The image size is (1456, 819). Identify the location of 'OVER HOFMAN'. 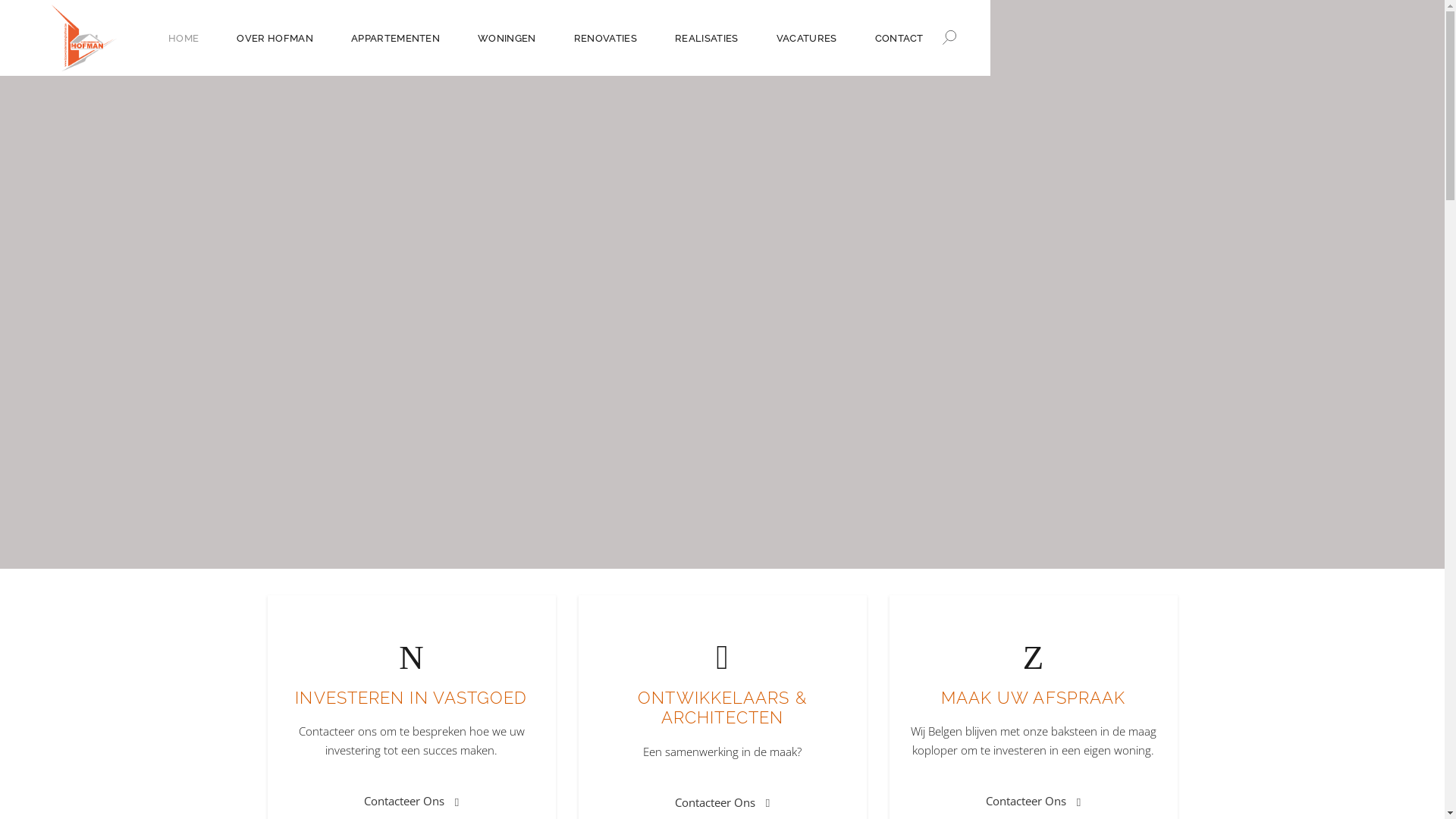
(275, 36).